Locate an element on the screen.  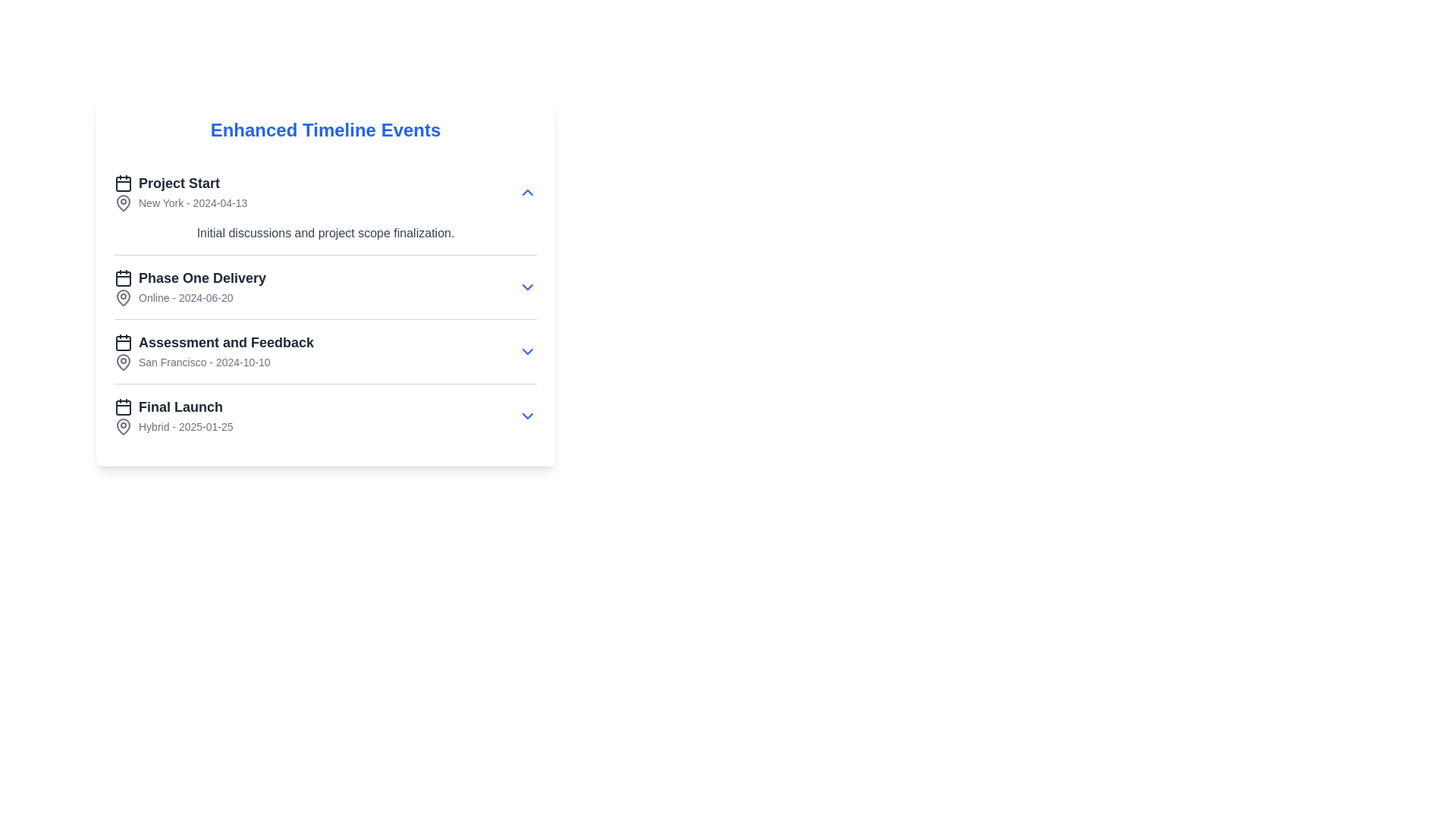
the chevron icon on the far right of the 'Assessment and Feedback' section is located at coordinates (528, 351).